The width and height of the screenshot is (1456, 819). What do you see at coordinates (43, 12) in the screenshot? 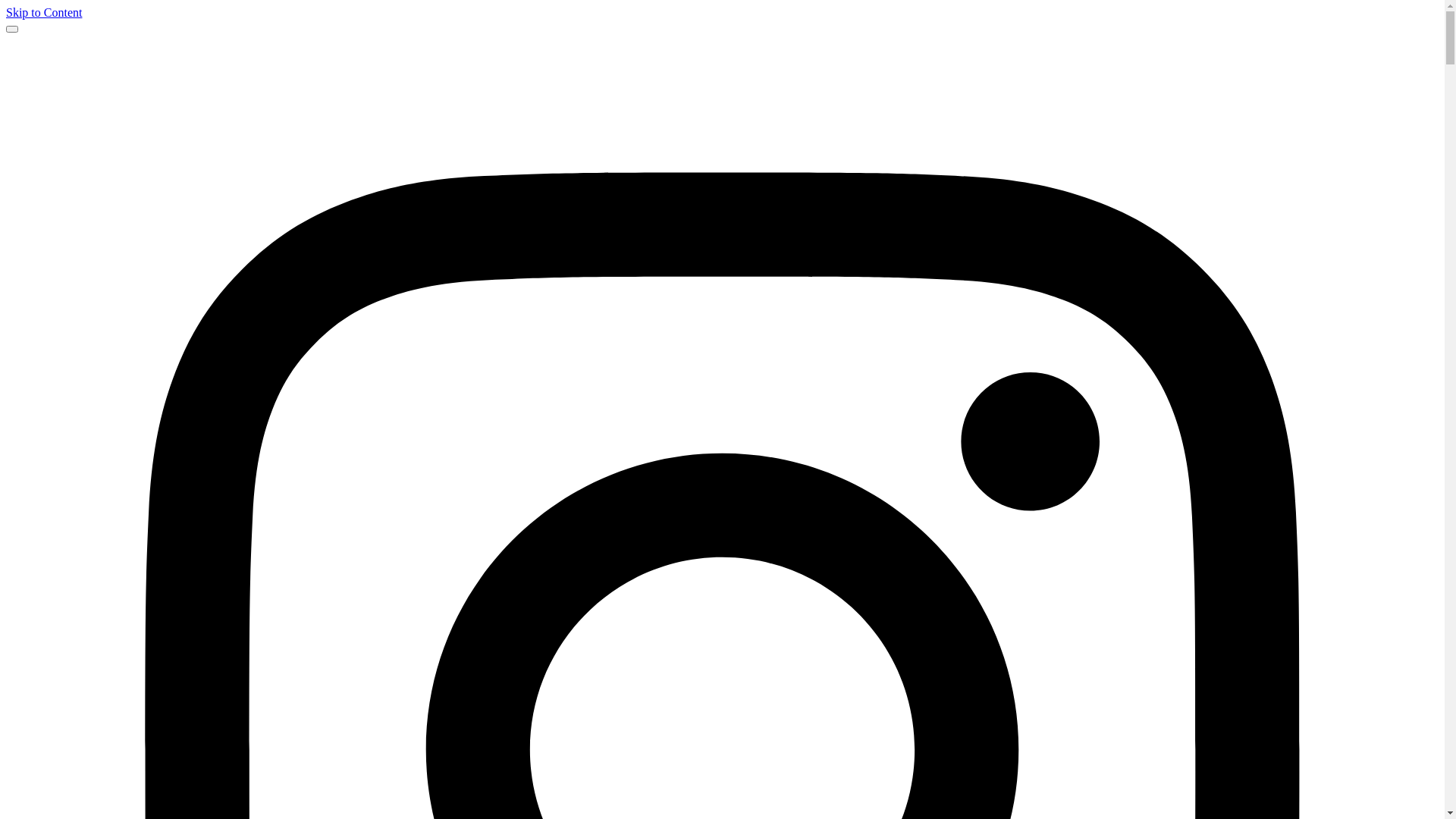
I see `'Skip to Content'` at bounding box center [43, 12].